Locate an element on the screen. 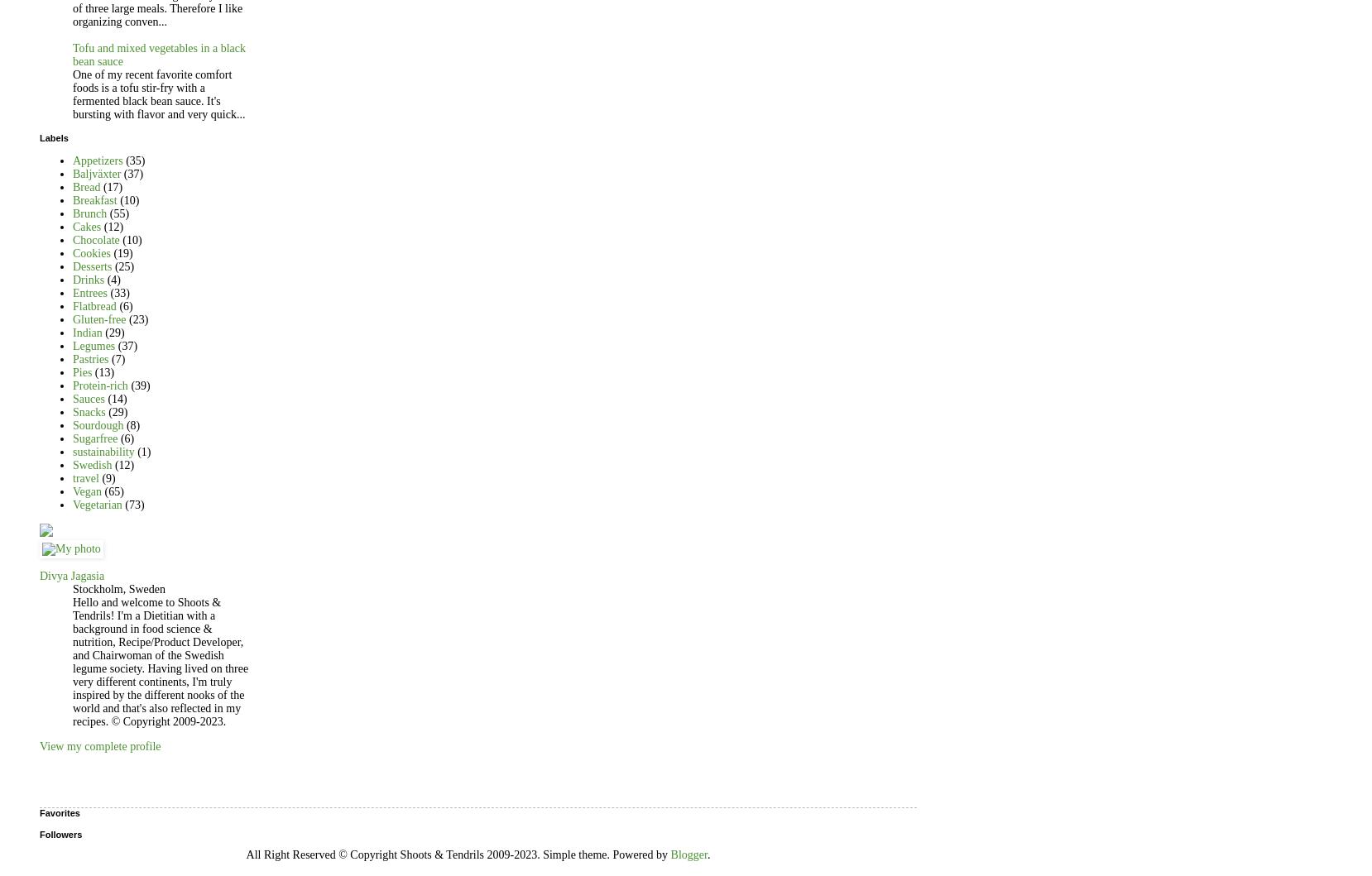 This screenshot has width=1372, height=876. 'Swedish' is located at coordinates (72, 464).